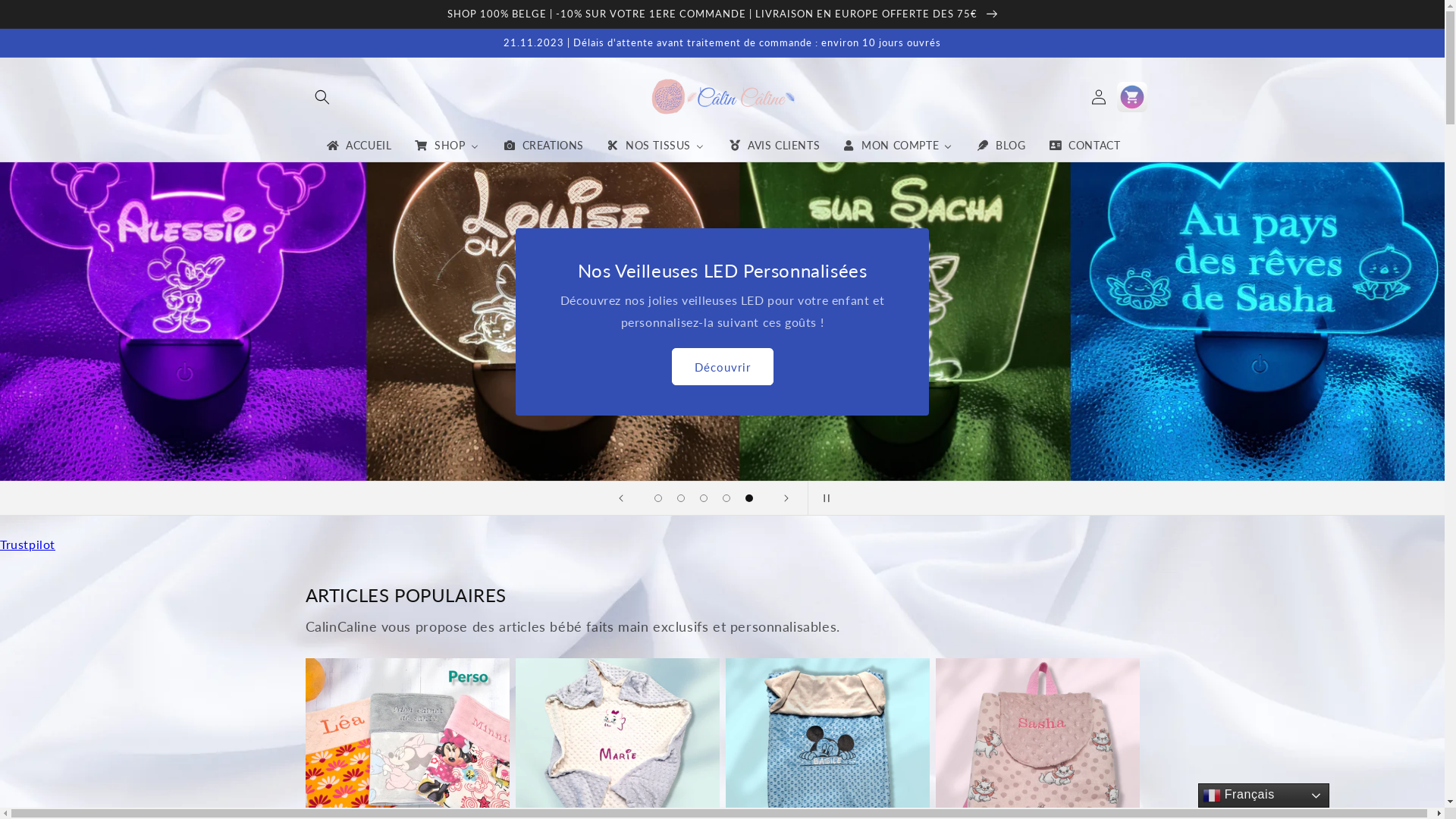  What do you see at coordinates (542, 146) in the screenshot?
I see `'CREATIONS'` at bounding box center [542, 146].